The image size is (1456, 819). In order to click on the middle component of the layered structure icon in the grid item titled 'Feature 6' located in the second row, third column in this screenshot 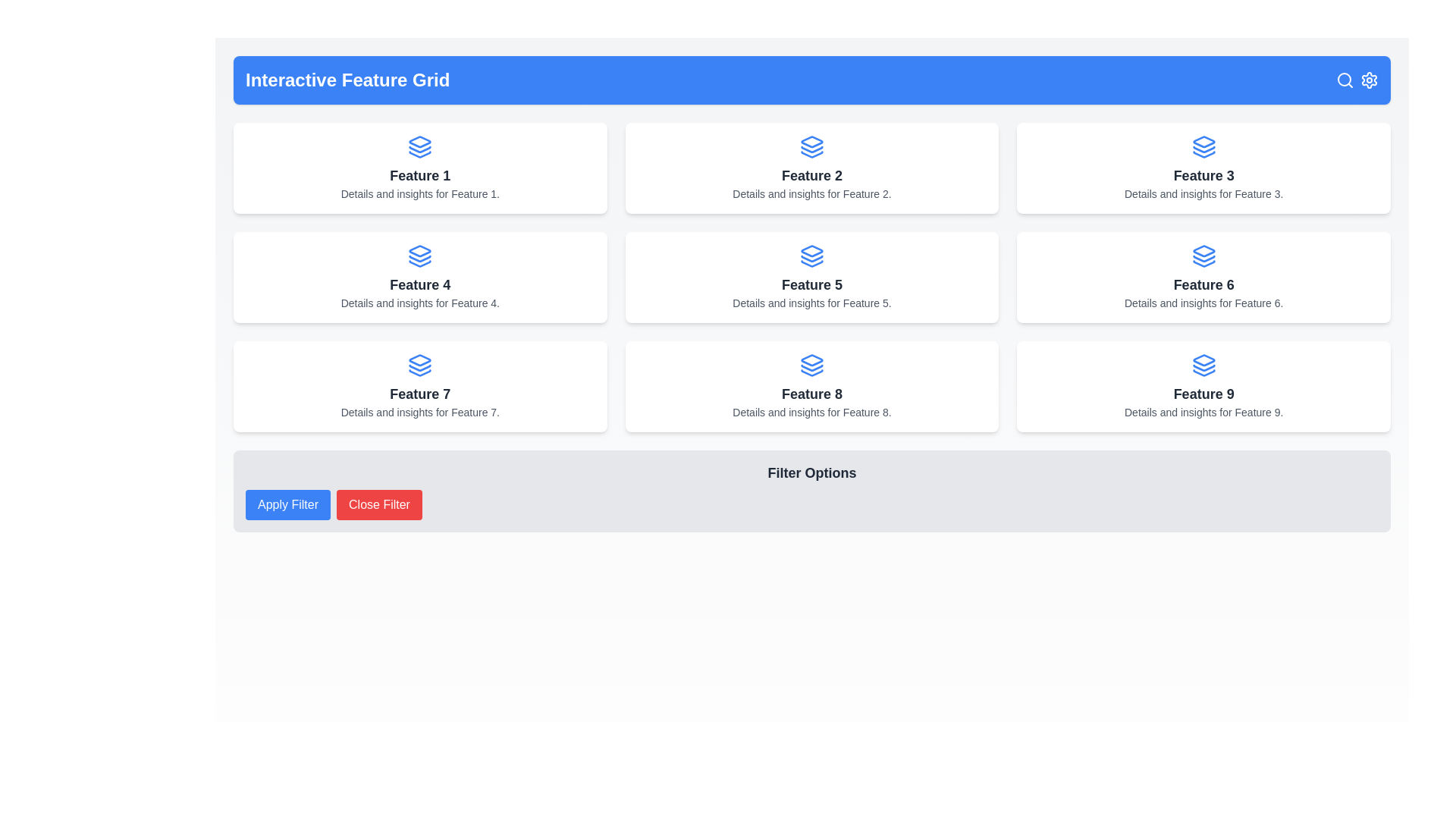, I will do `click(1203, 258)`.